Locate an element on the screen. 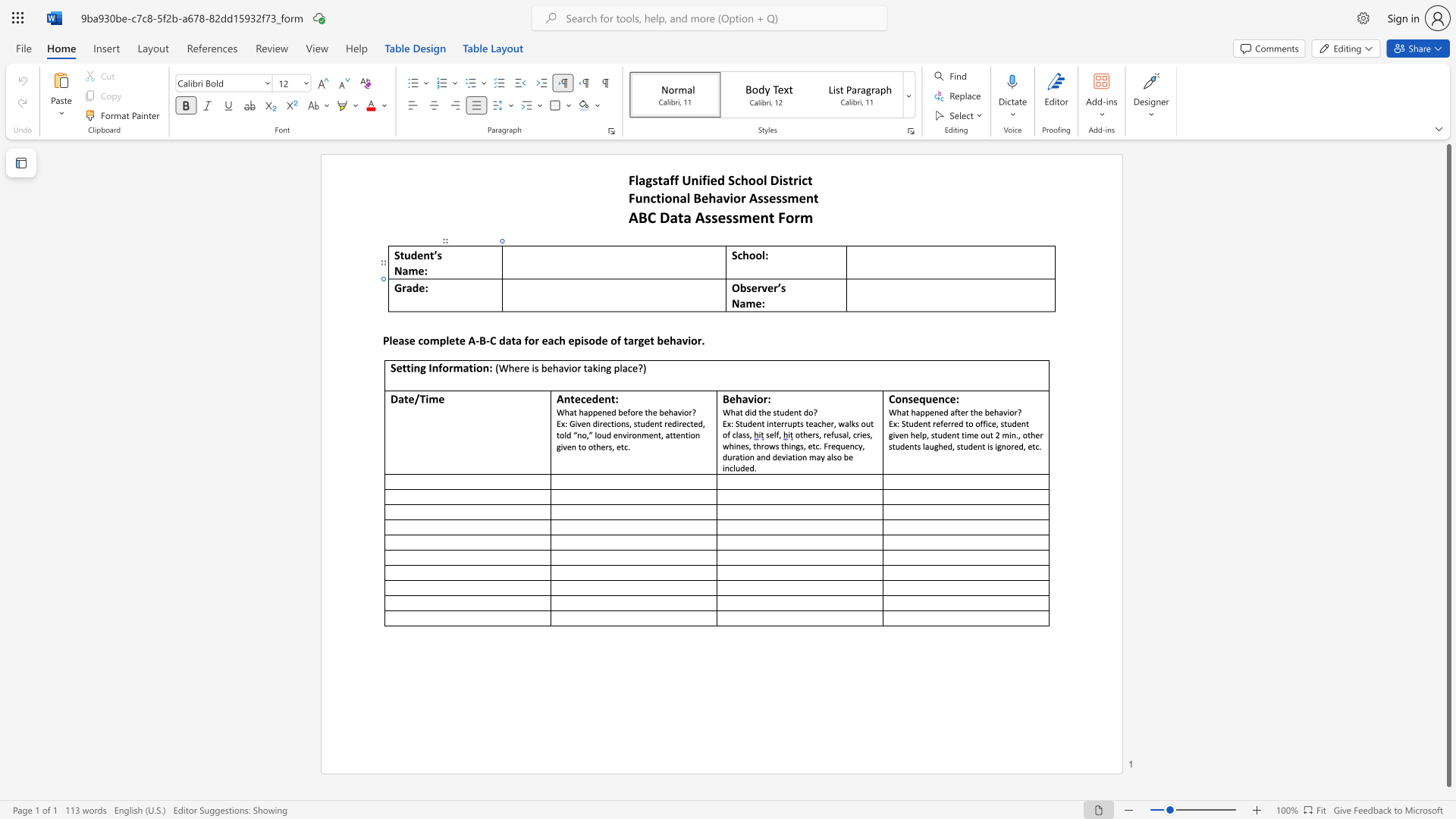 The height and width of the screenshot is (819, 1456). the 1th character "C" in the text is located at coordinates (493, 340).